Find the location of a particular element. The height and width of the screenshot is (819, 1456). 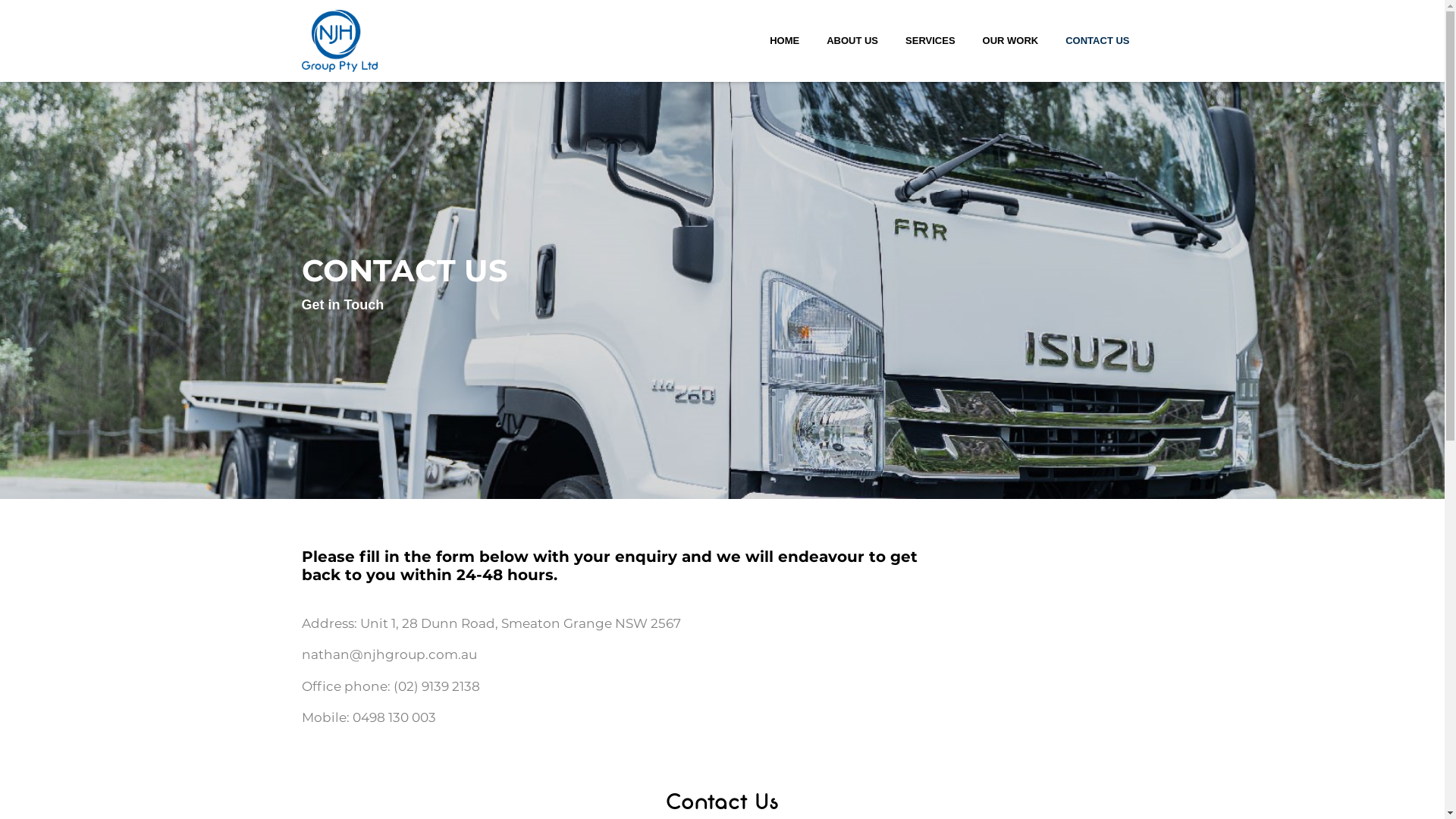

'ABOUT US' is located at coordinates (852, 40).